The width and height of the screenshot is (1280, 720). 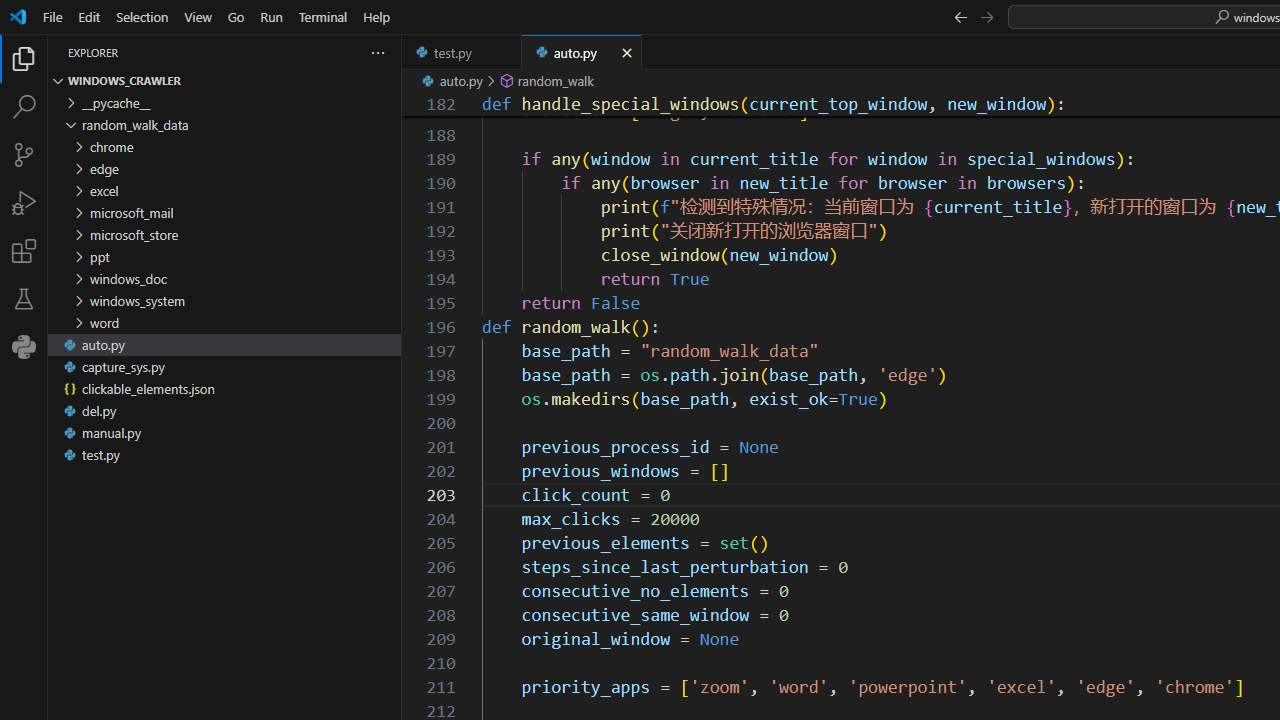 What do you see at coordinates (323, 16) in the screenshot?
I see `'Terminal'` at bounding box center [323, 16].